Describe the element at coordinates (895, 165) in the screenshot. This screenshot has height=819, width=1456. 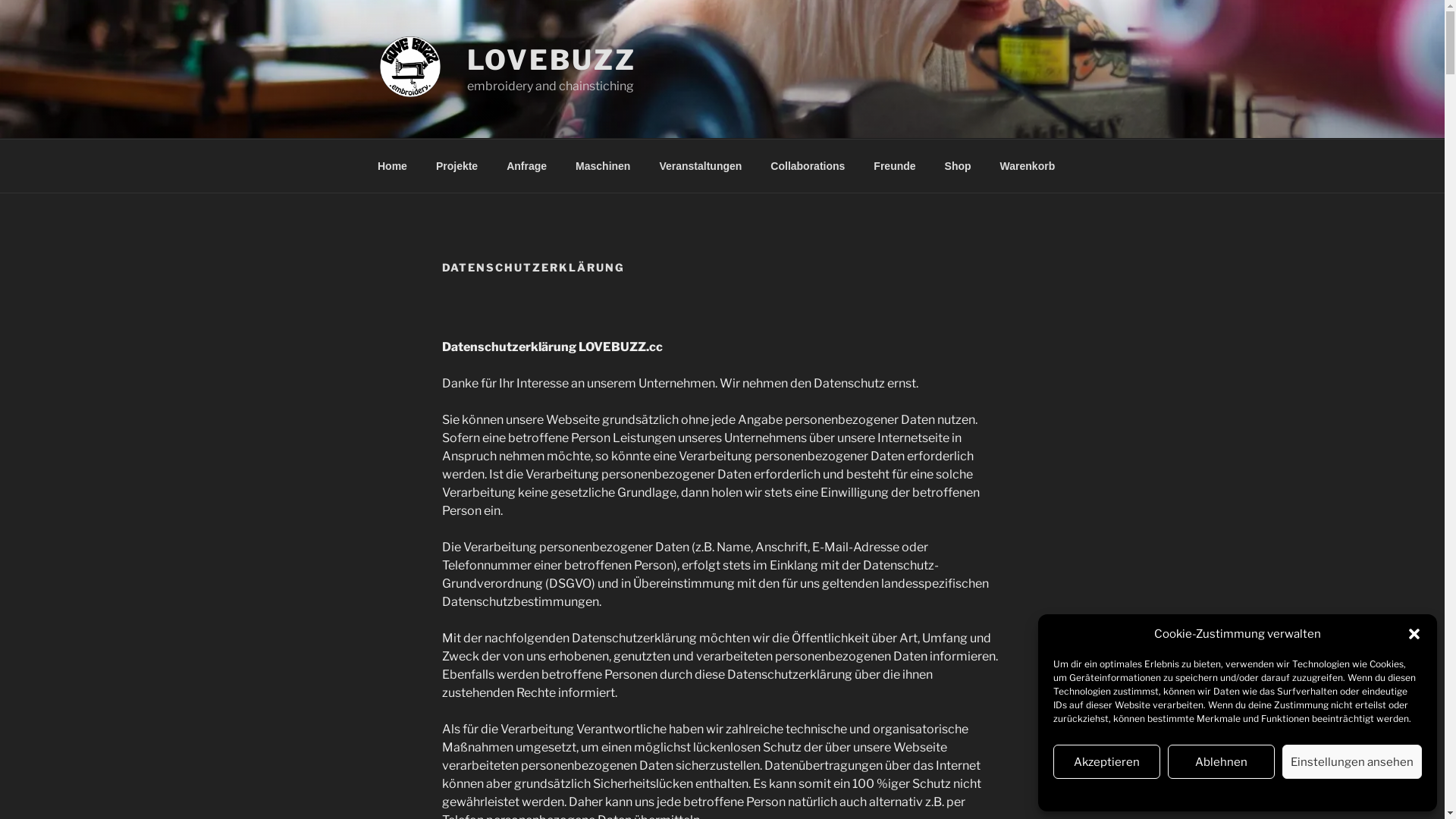
I see `'Freunde'` at that location.